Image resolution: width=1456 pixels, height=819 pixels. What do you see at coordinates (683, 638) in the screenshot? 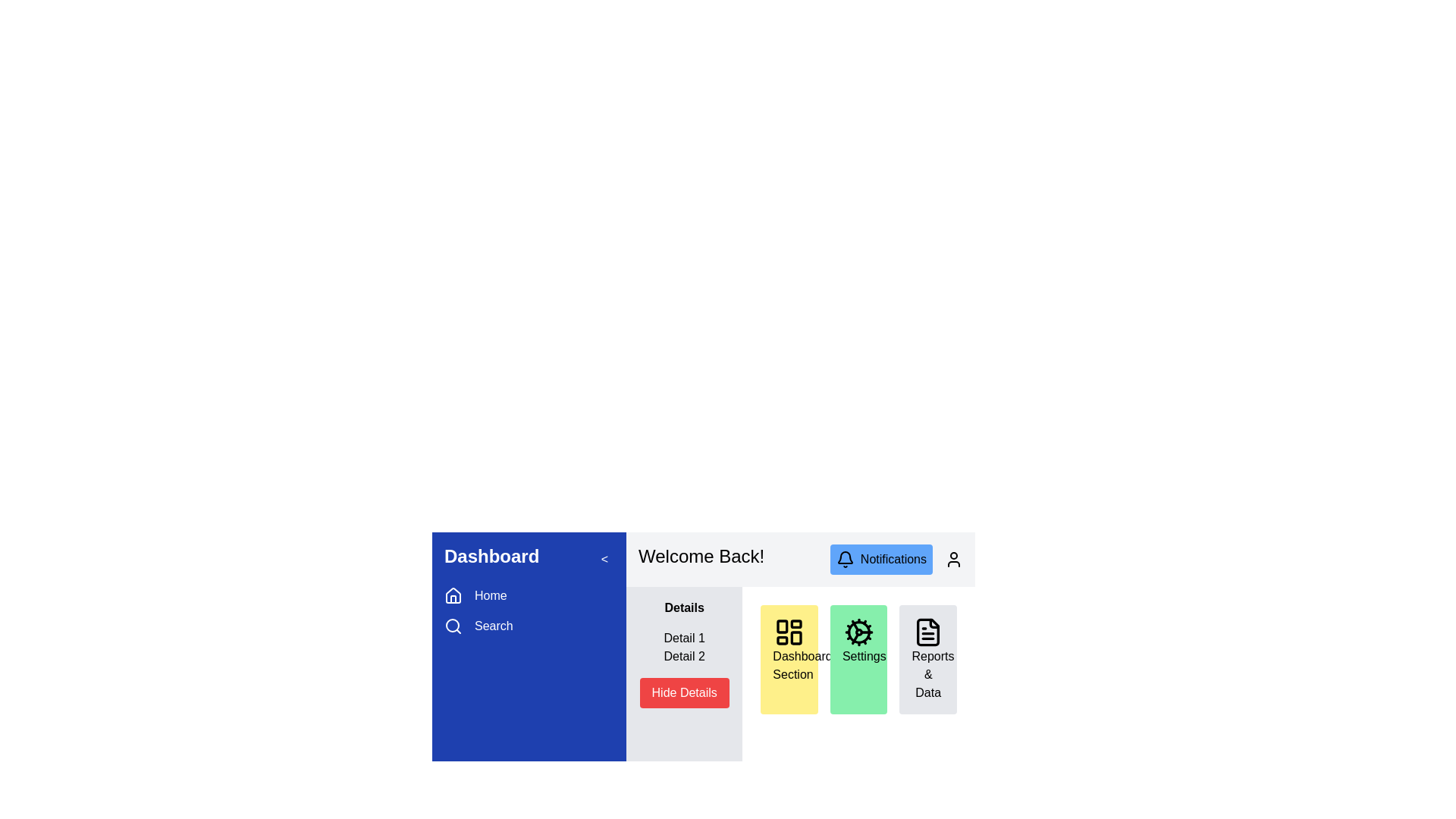
I see `the first Text label in the 'Details' section below the 'Welcome Back!' headline` at bounding box center [683, 638].